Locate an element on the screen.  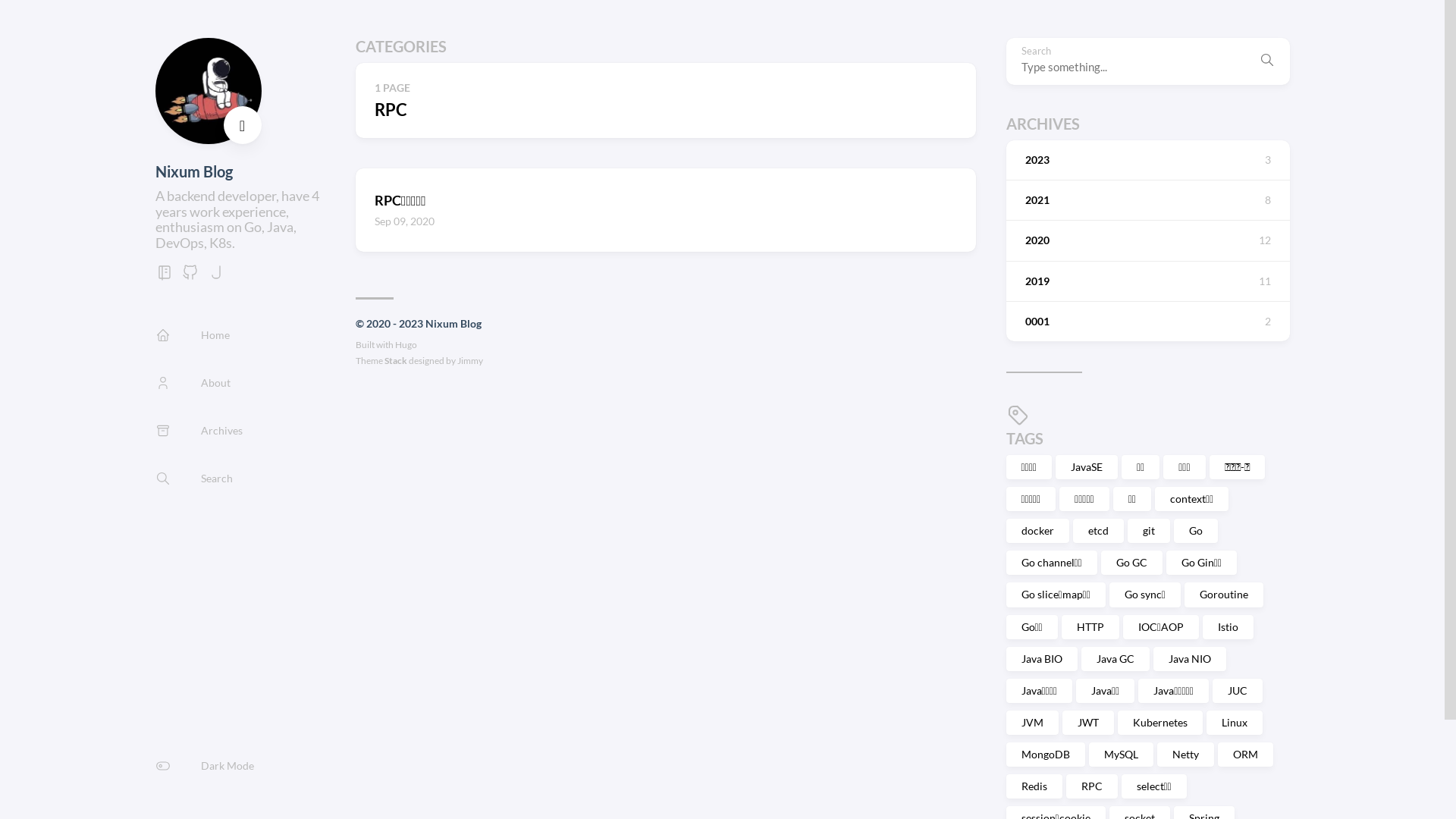
'Go GC' is located at coordinates (1131, 562).